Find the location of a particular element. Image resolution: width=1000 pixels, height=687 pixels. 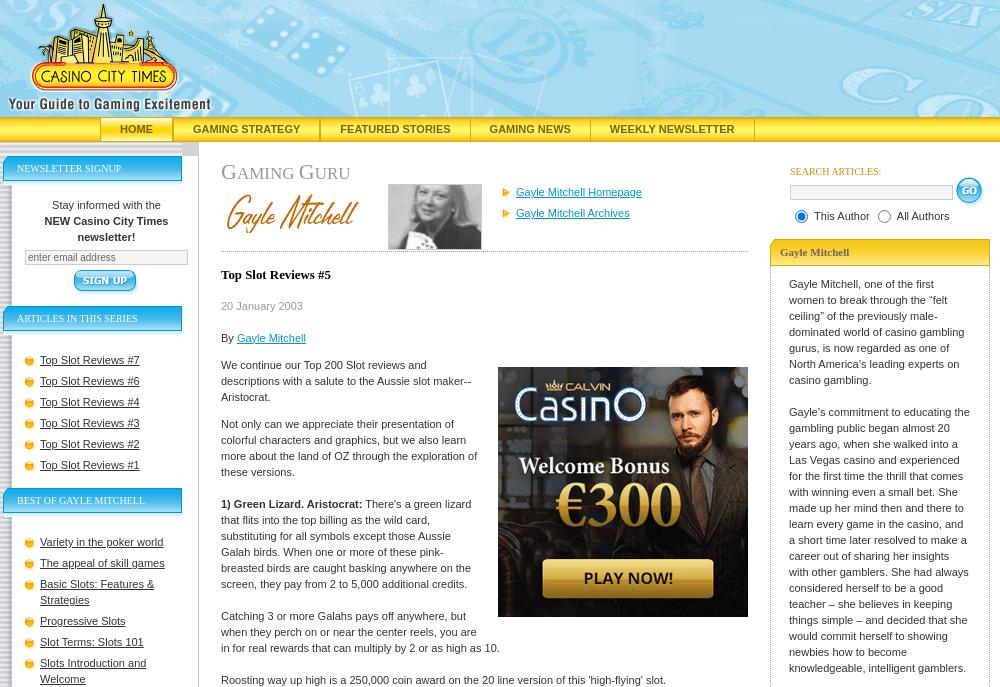

'Newsletter Signup' is located at coordinates (17, 168).